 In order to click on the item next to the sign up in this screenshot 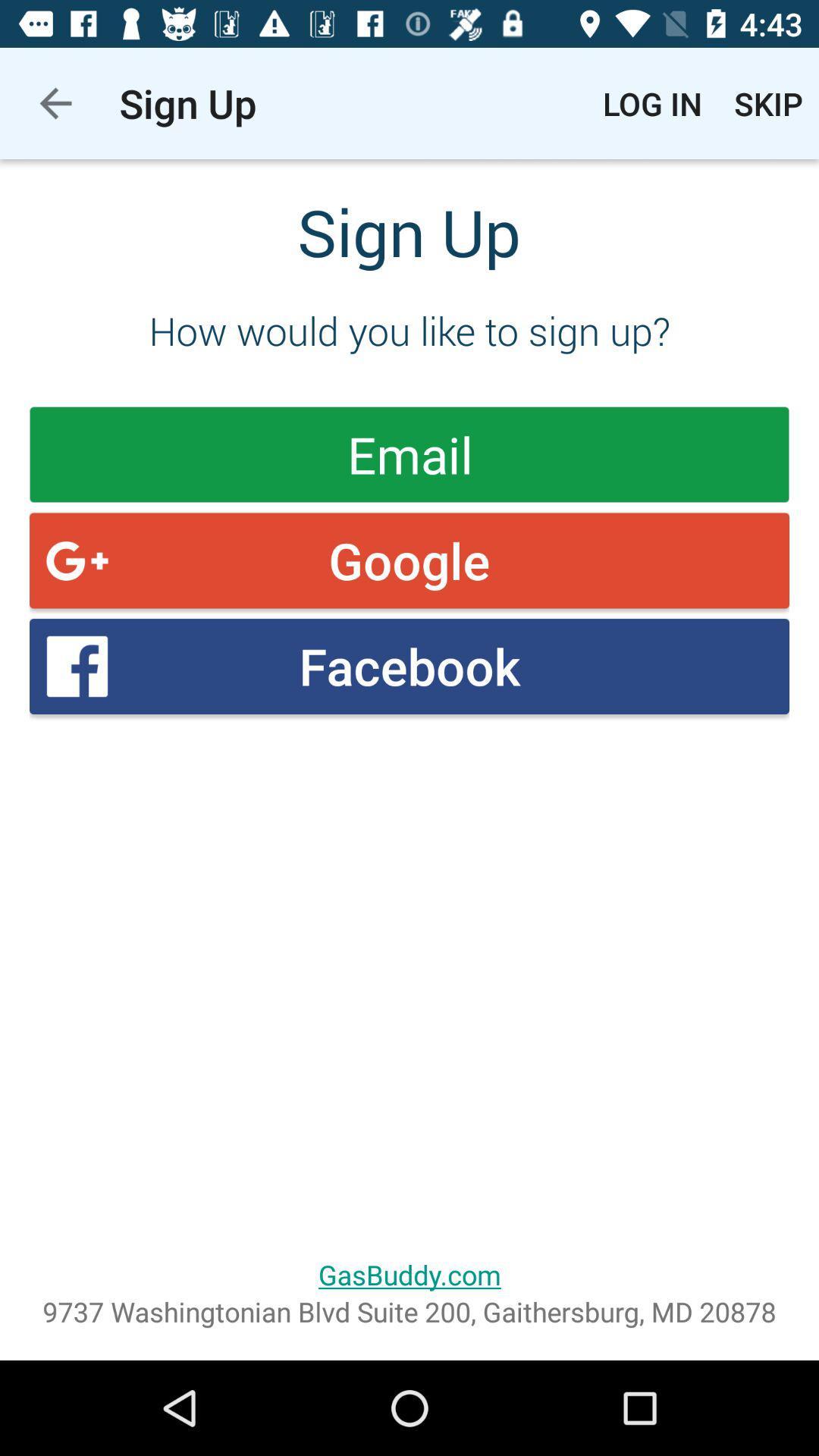, I will do `click(55, 102)`.